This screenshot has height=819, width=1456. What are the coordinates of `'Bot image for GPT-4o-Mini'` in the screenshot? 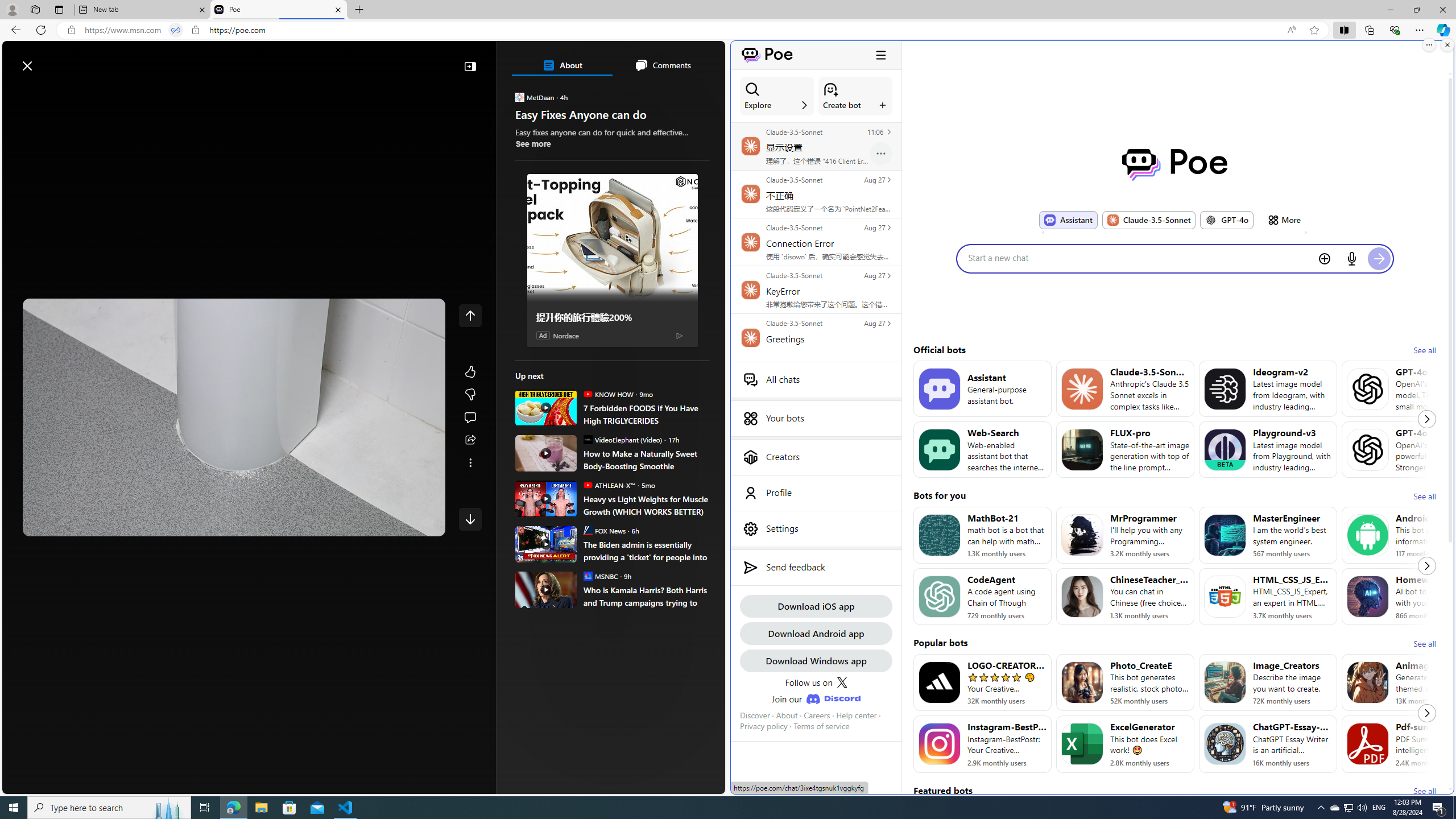 It's located at (1368, 388).